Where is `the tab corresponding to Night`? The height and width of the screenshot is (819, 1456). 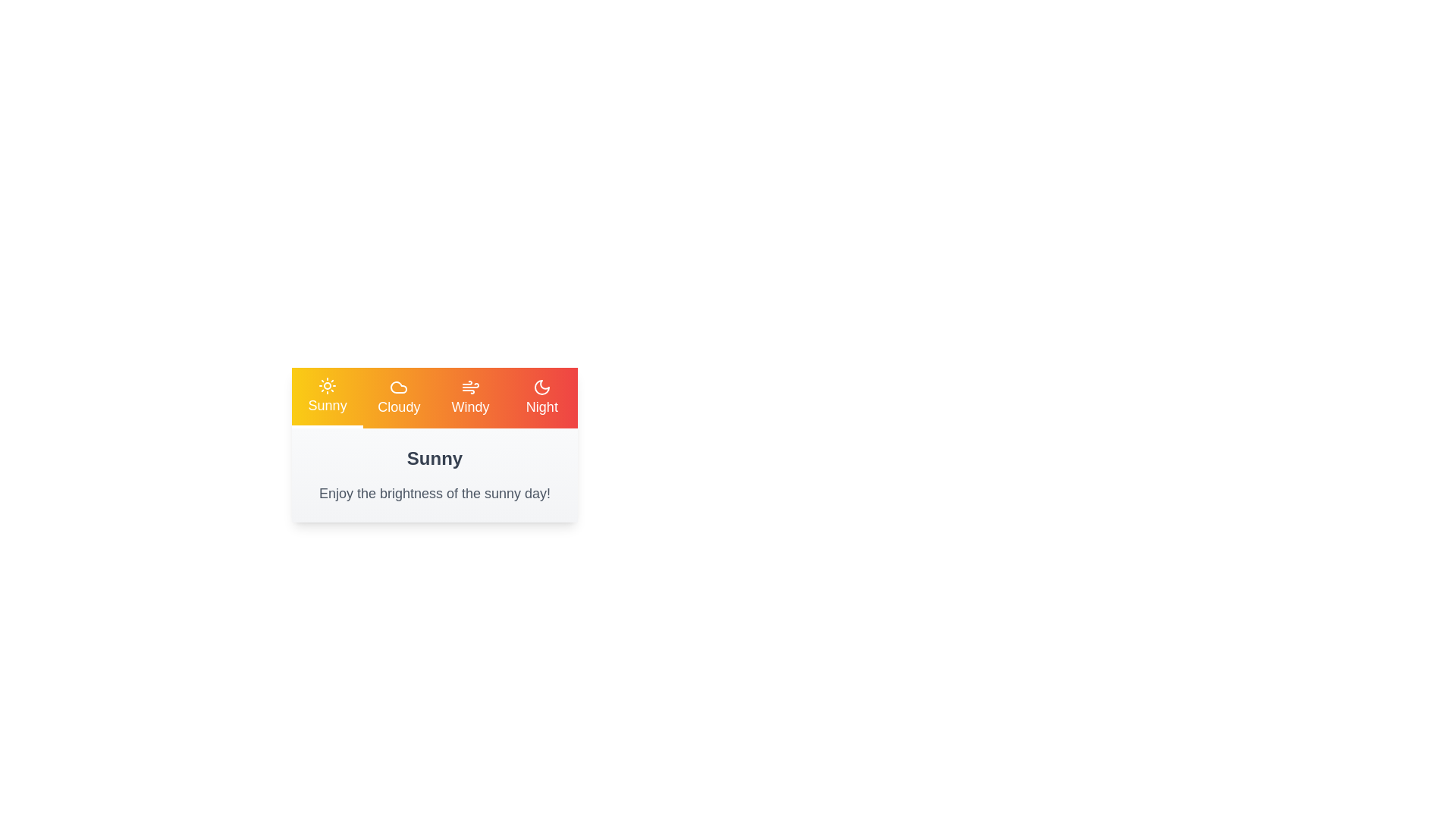
the tab corresponding to Night is located at coordinates (541, 397).